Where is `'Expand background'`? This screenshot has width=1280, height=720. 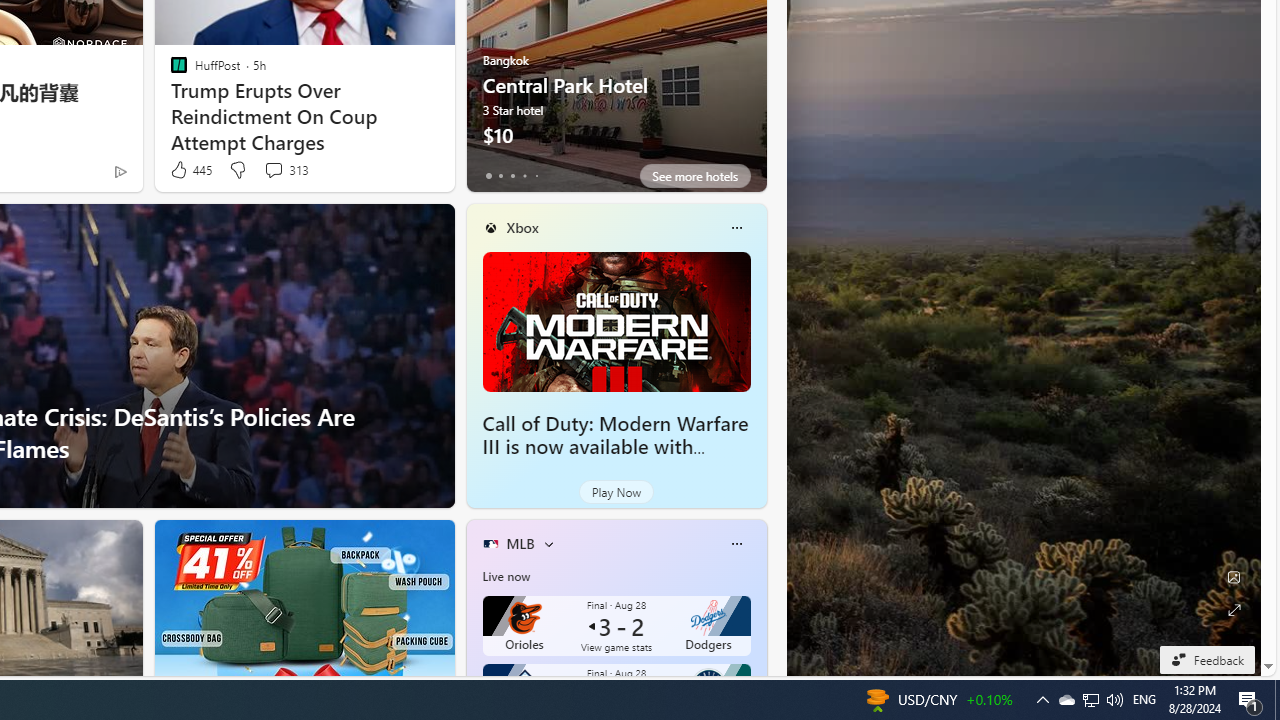 'Expand background' is located at coordinates (1232, 609).